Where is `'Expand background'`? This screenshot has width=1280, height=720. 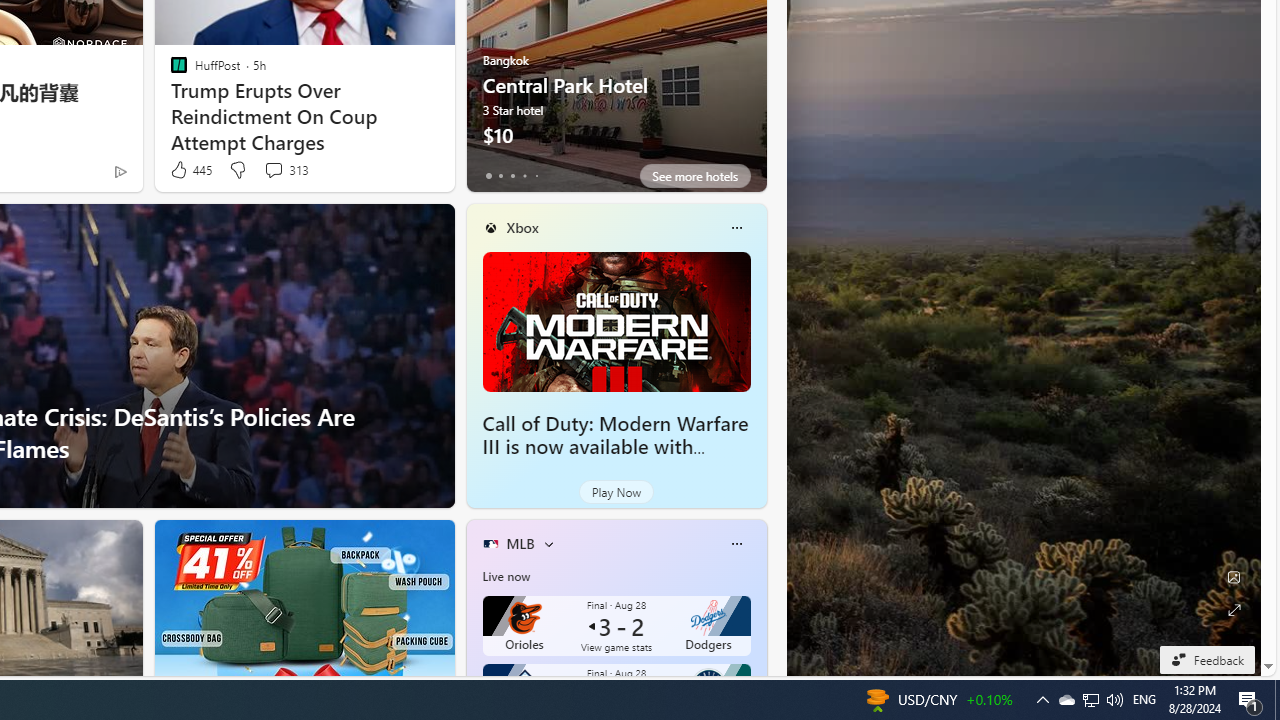 'Expand background' is located at coordinates (1232, 609).